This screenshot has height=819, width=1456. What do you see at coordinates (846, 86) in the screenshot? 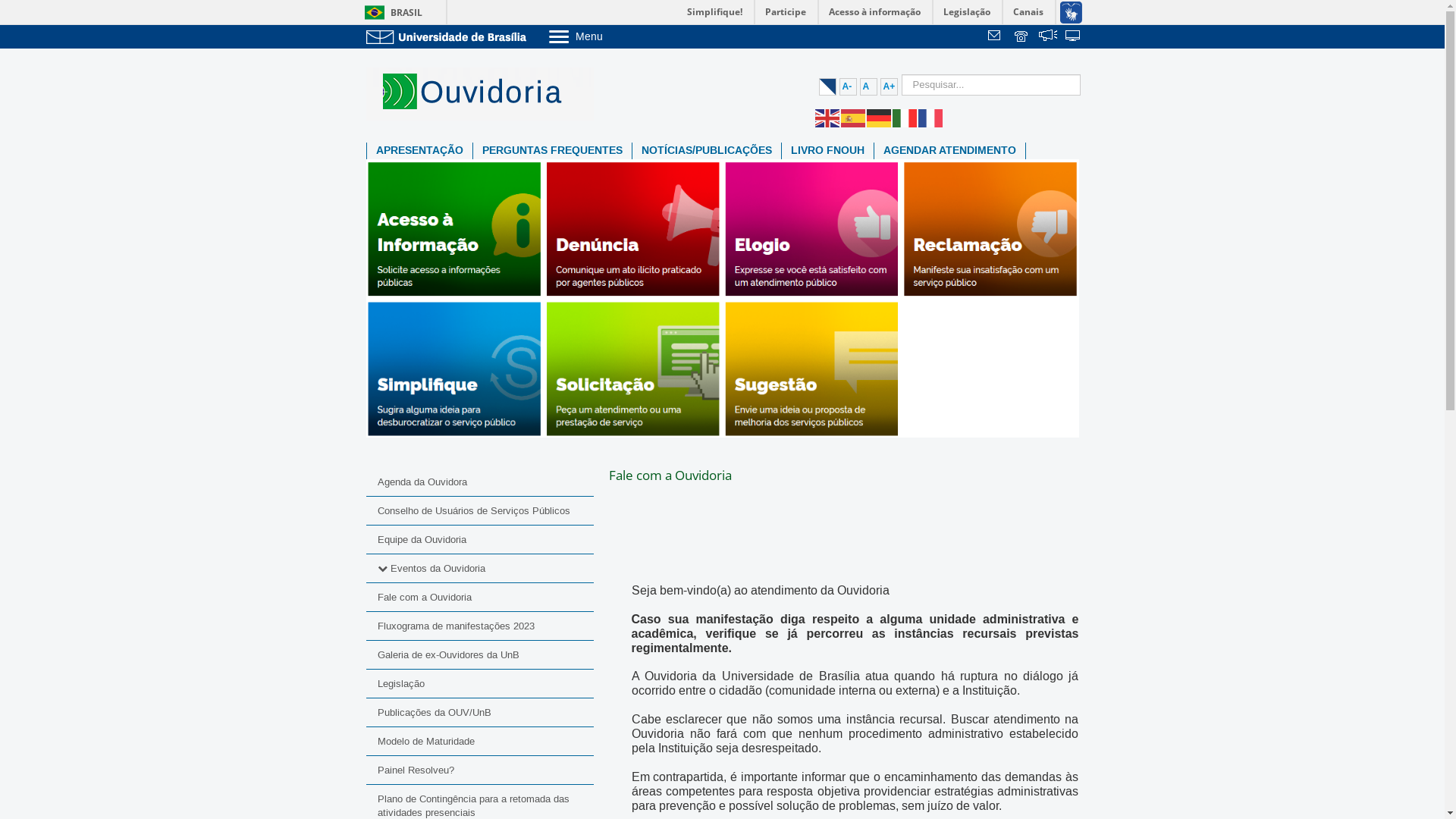
I see `'A-'` at bounding box center [846, 86].